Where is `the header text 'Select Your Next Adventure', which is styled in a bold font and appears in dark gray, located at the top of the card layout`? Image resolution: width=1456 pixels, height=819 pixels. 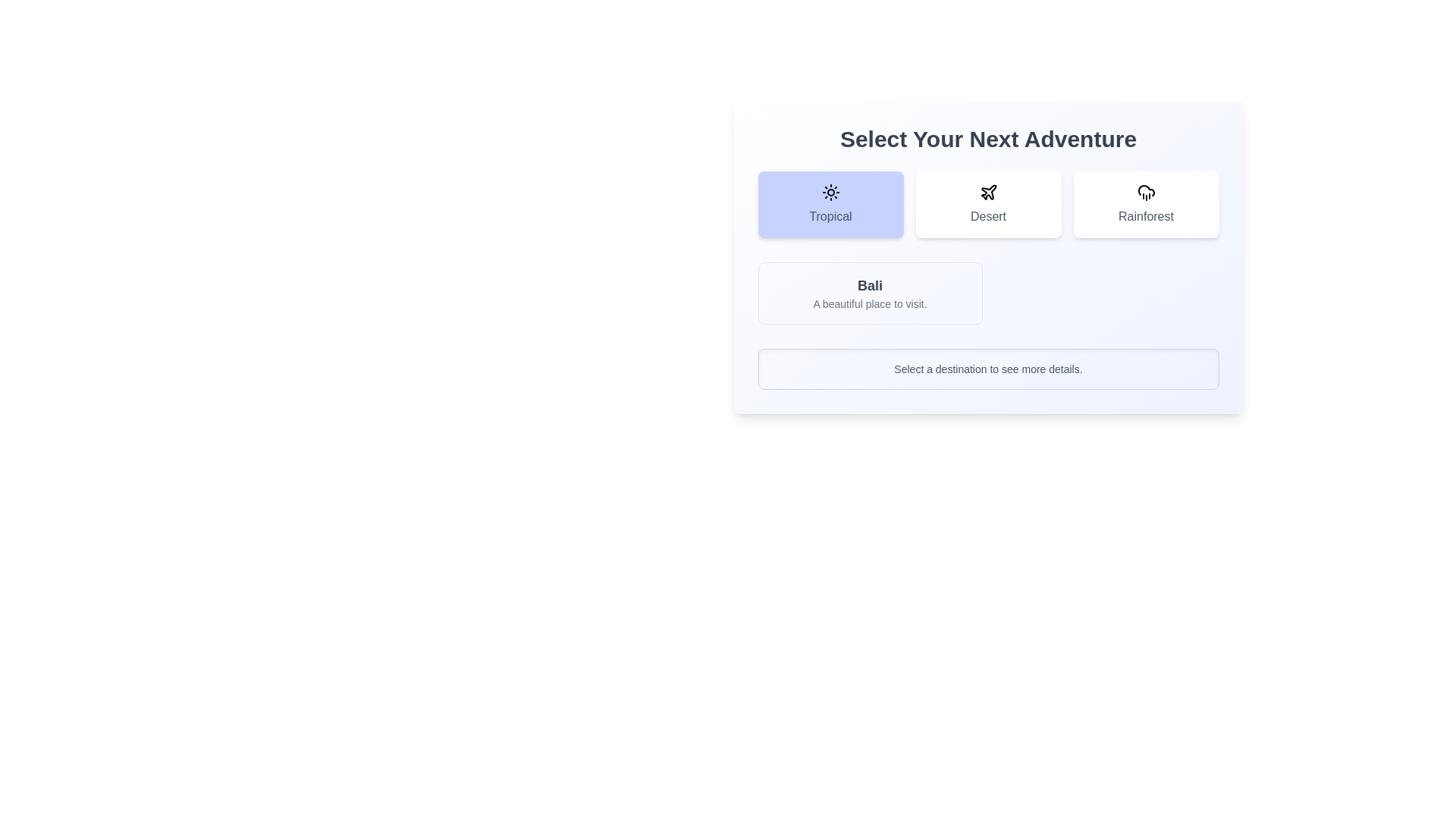
the header text 'Select Your Next Adventure', which is styled in a bold font and appears in dark gray, located at the top of the card layout is located at coordinates (988, 140).